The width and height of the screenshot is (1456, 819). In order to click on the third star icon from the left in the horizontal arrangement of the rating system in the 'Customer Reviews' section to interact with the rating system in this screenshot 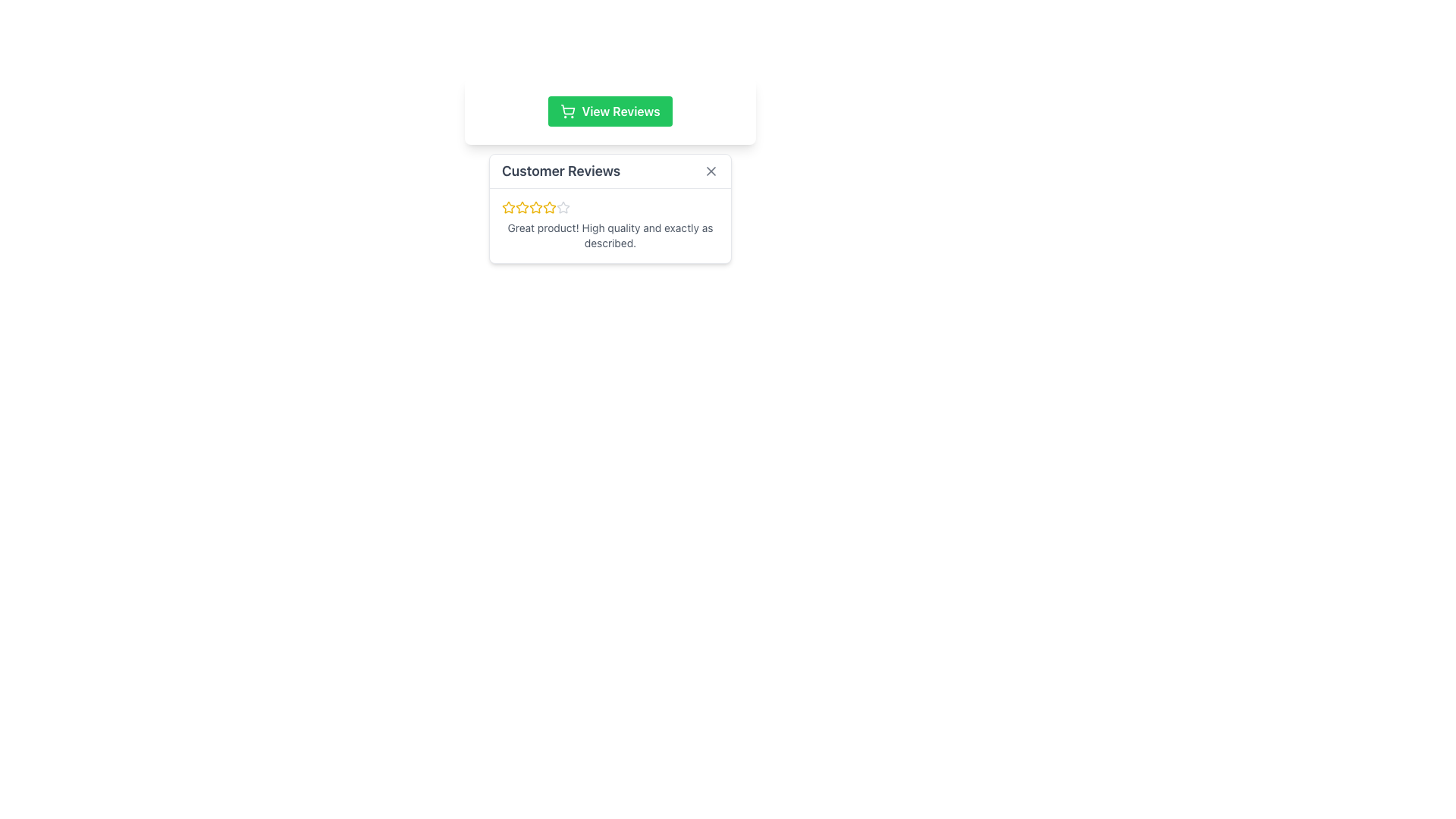, I will do `click(522, 207)`.